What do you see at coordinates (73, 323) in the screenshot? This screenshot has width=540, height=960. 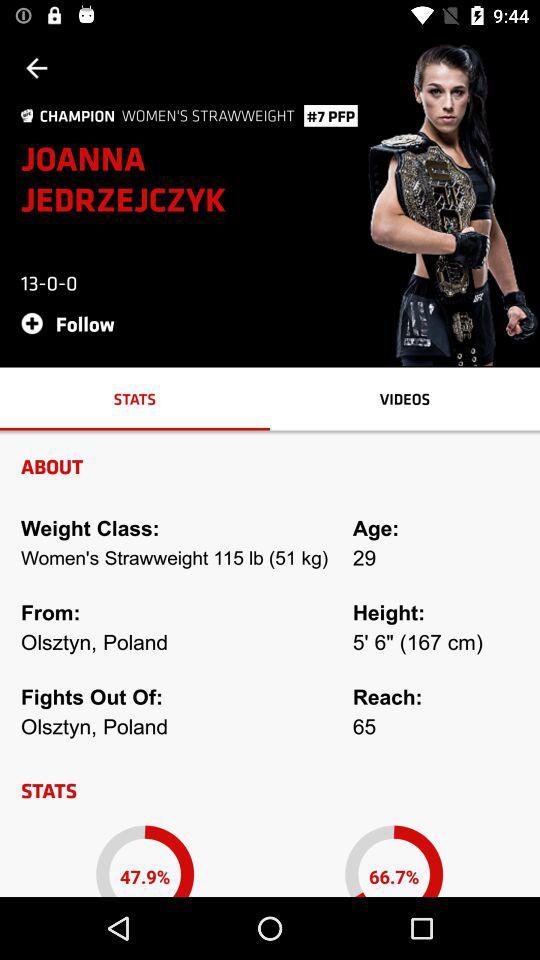 I see `follow` at bounding box center [73, 323].